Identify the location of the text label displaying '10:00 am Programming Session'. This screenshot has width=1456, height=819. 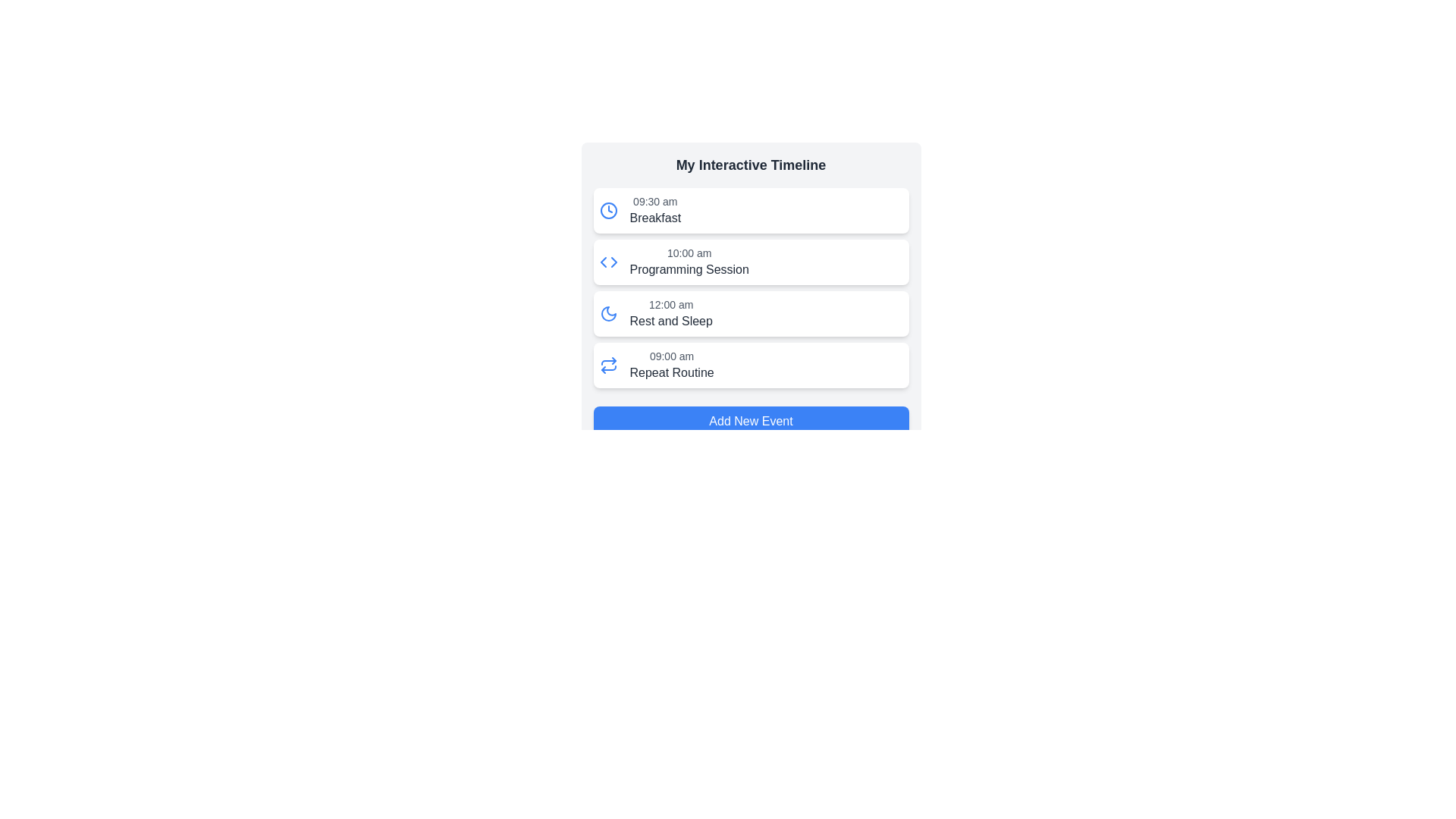
(689, 262).